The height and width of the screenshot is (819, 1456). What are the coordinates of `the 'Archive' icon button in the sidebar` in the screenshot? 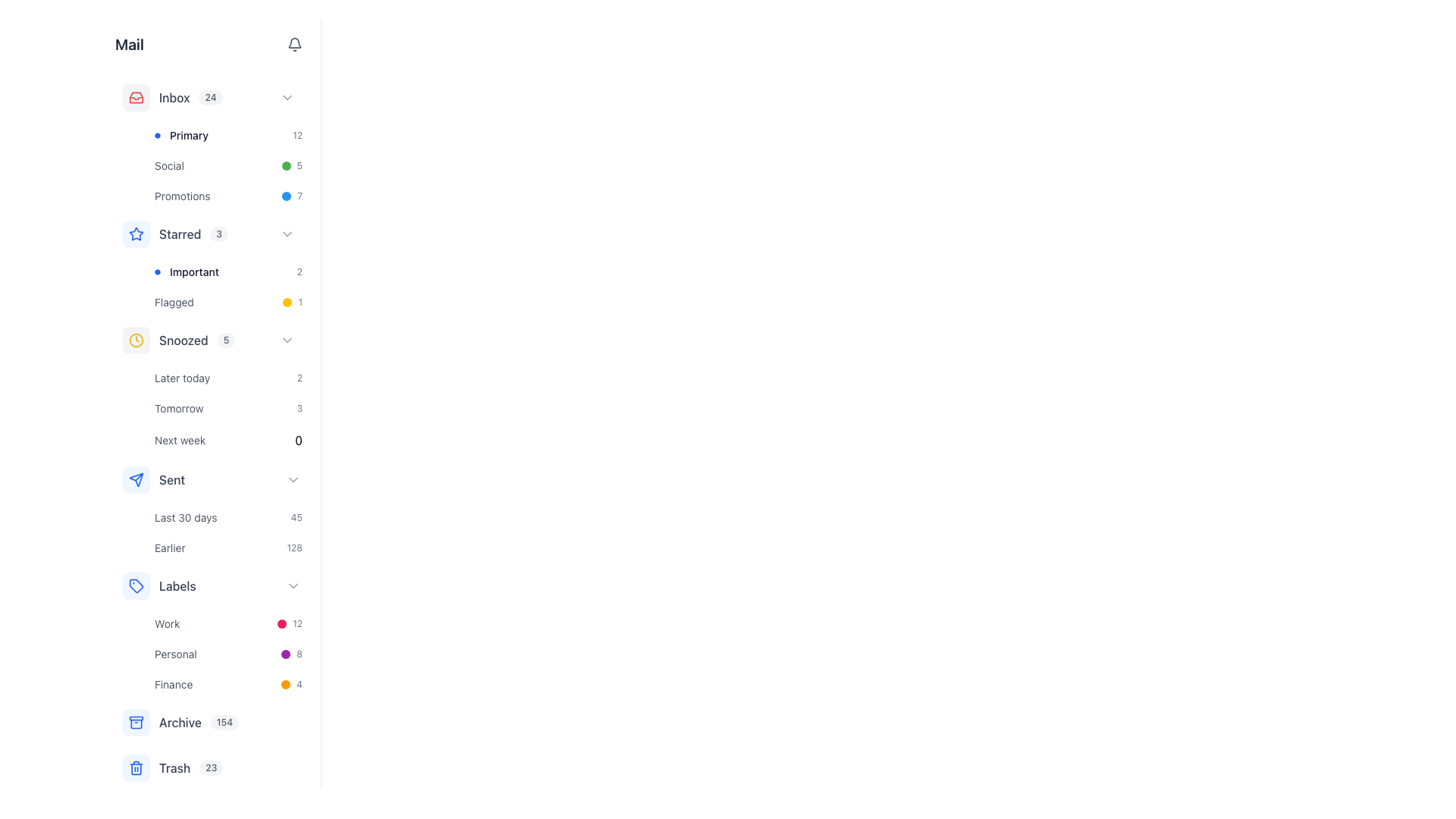 It's located at (136, 721).